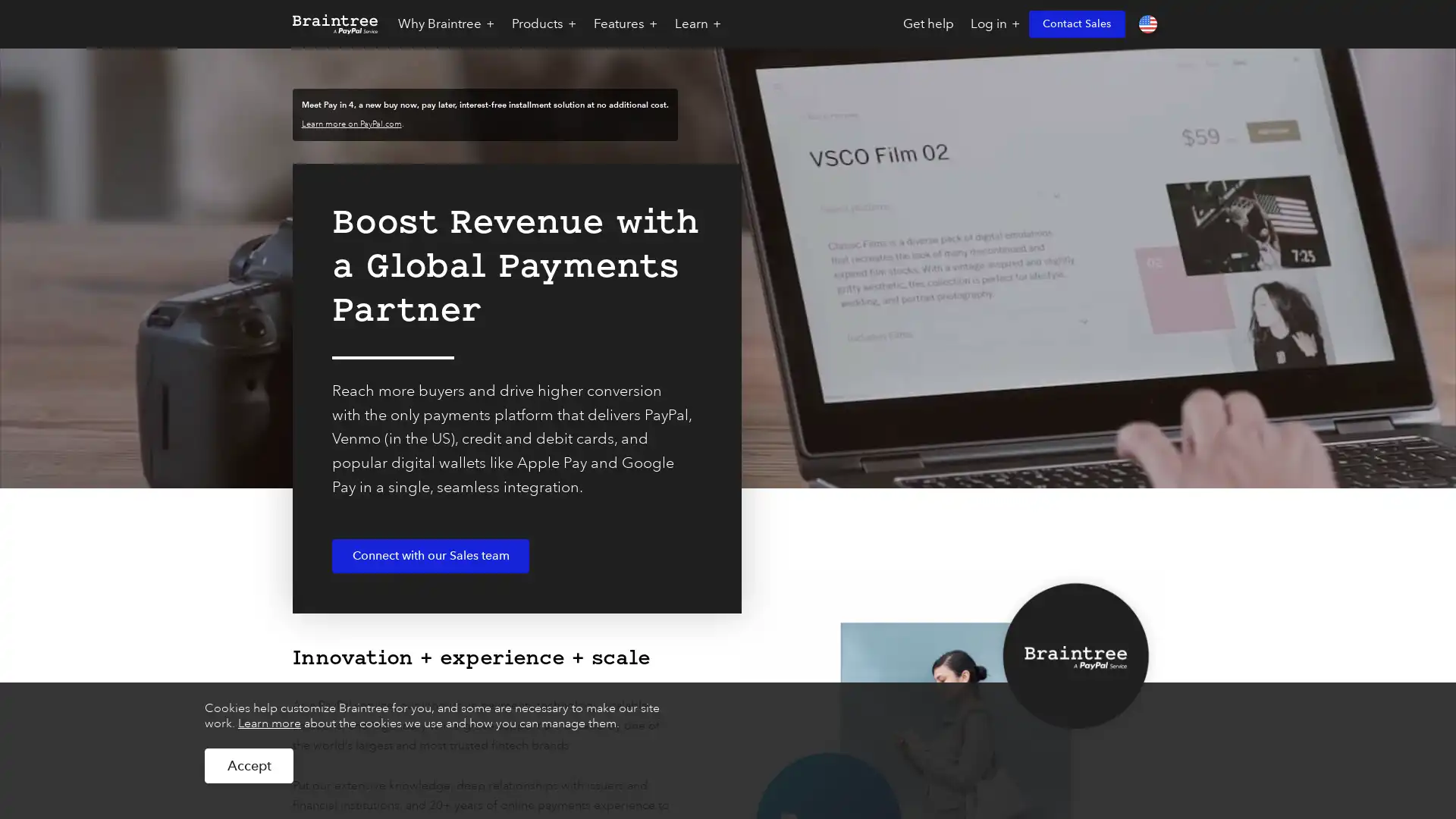  I want to click on play, so click(36, 610).